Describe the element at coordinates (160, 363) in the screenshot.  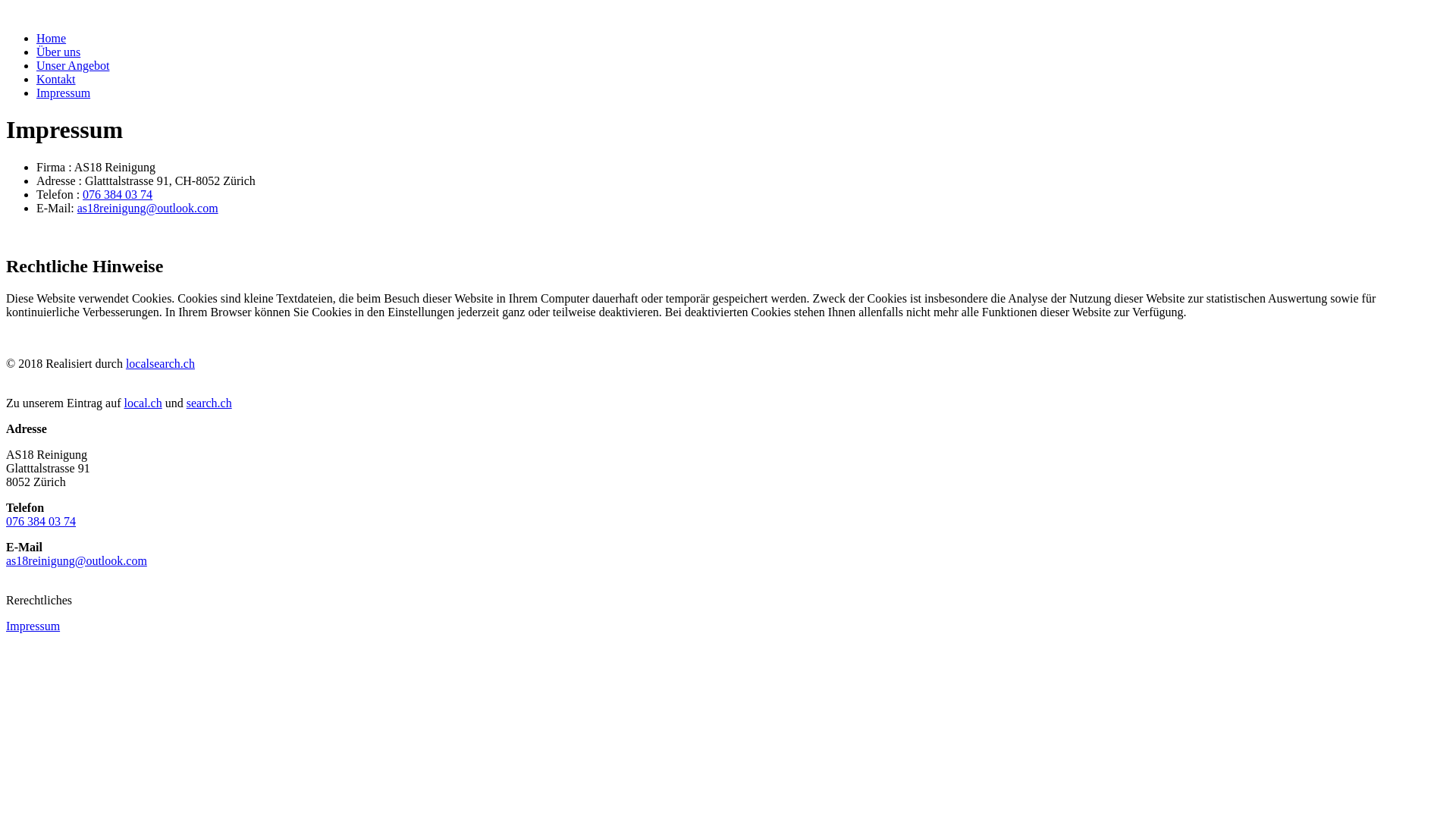
I see `'localsearch.ch'` at that location.